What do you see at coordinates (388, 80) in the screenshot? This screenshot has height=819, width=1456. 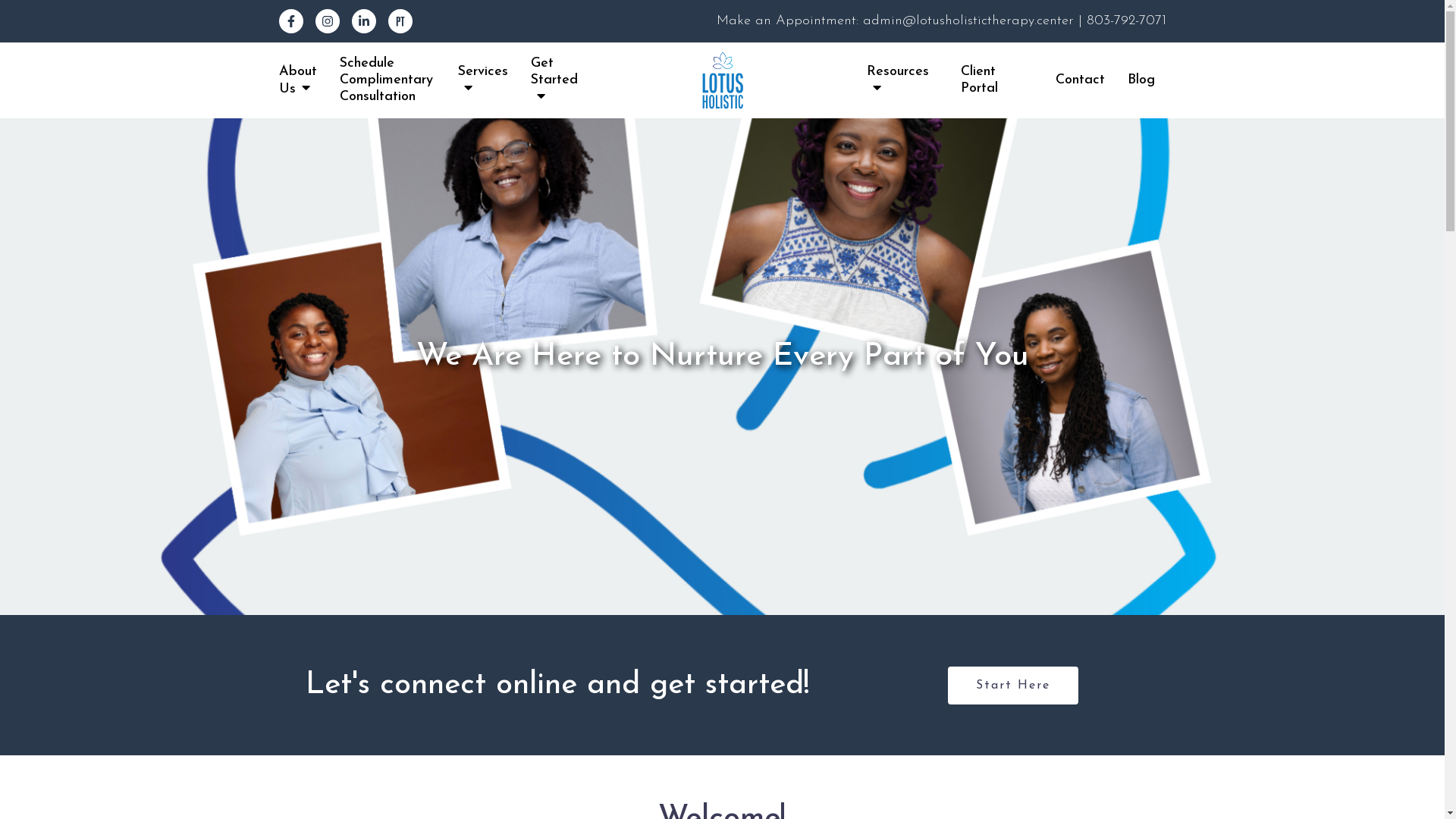 I see `'Schedule Complimentary Consultation'` at bounding box center [388, 80].